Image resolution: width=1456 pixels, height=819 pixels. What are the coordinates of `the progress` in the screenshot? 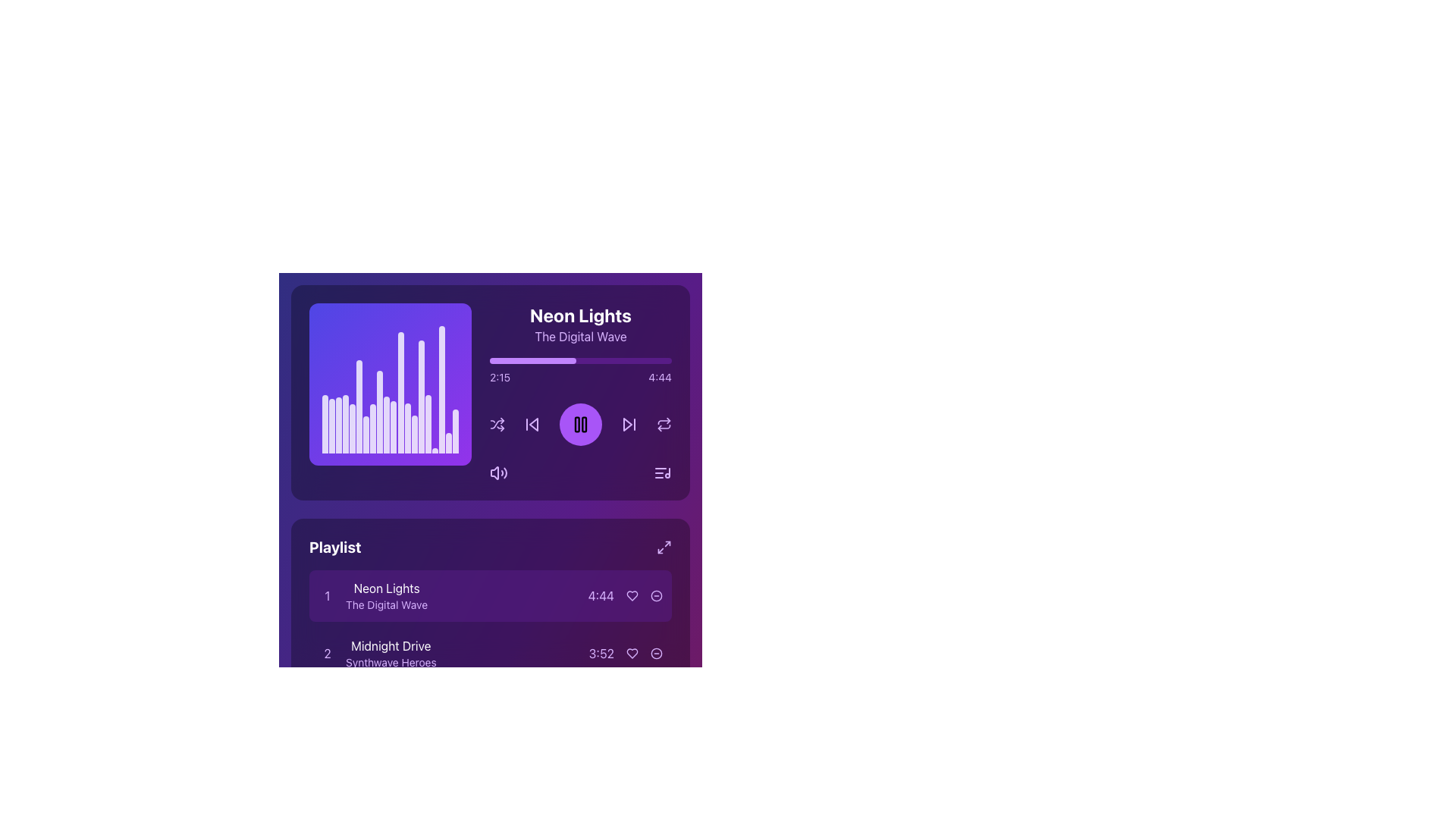 It's located at (580, 360).